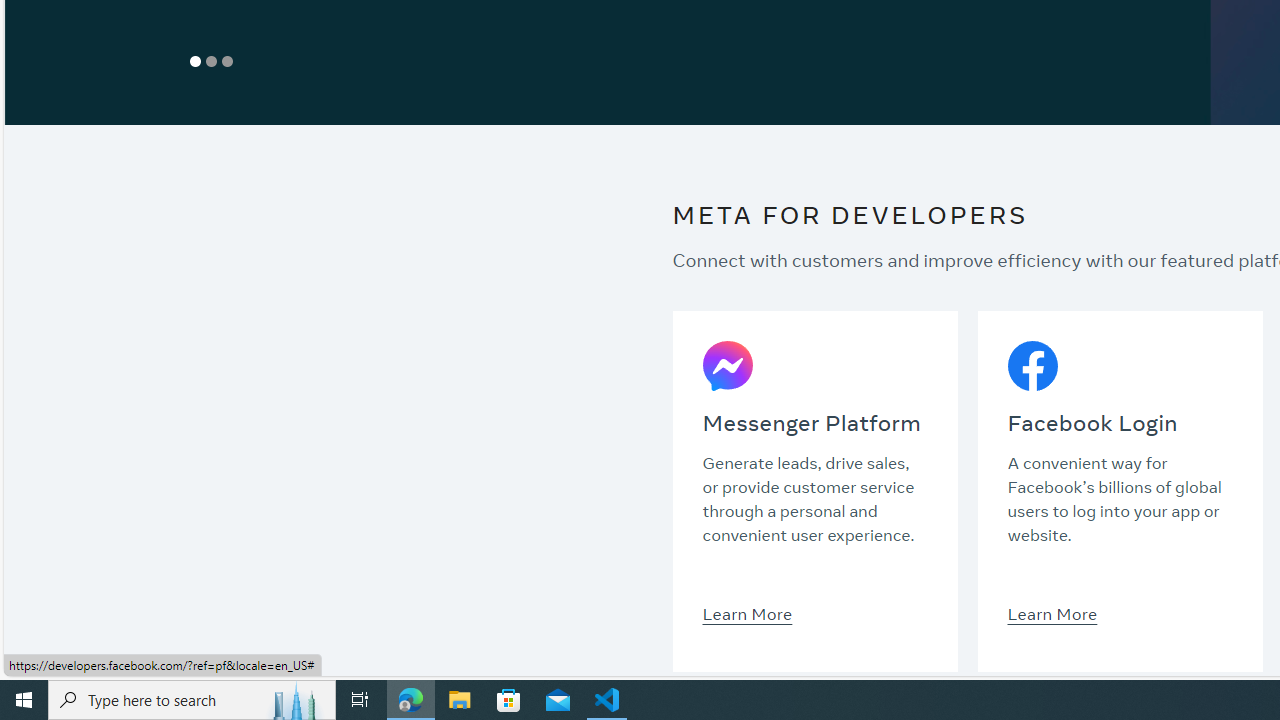 This screenshot has height=720, width=1280. What do you see at coordinates (227, 60) in the screenshot?
I see `'Show Slide 3'` at bounding box center [227, 60].